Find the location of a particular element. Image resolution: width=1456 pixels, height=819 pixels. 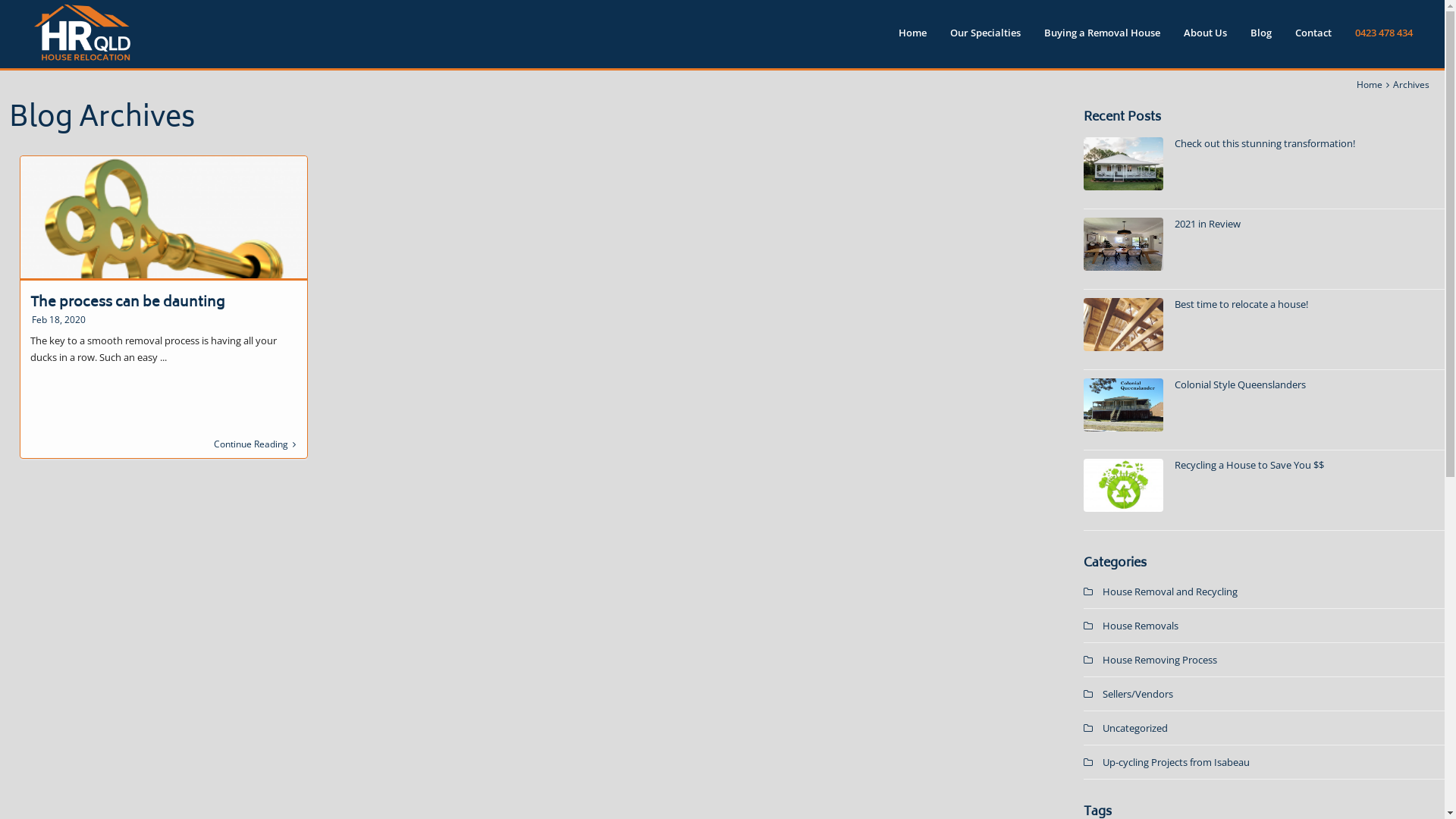

'0423 478 434' is located at coordinates (1383, 37).